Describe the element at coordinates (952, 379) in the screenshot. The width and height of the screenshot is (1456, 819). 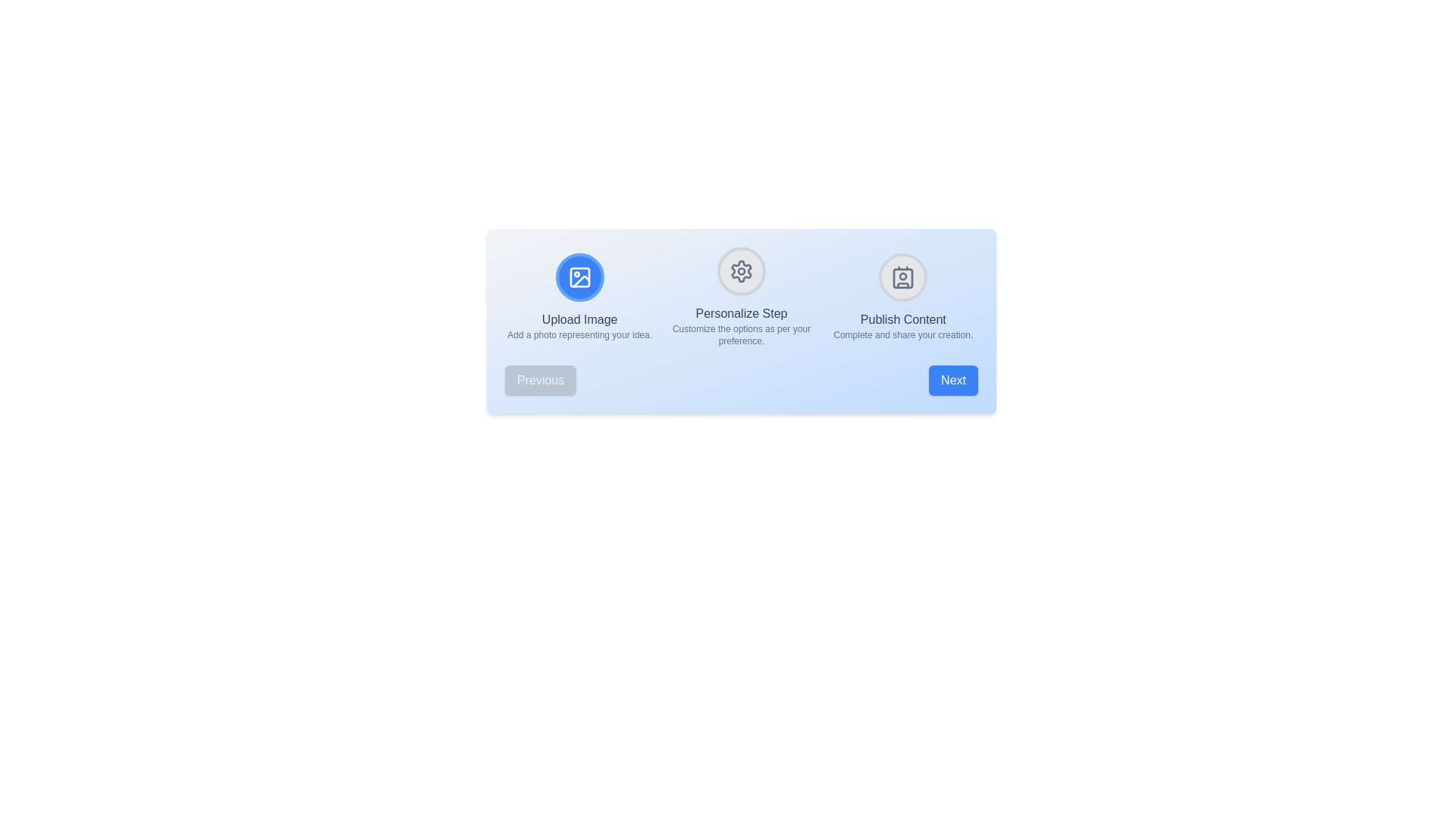
I see `'Next' button to navigate to the next step` at that location.